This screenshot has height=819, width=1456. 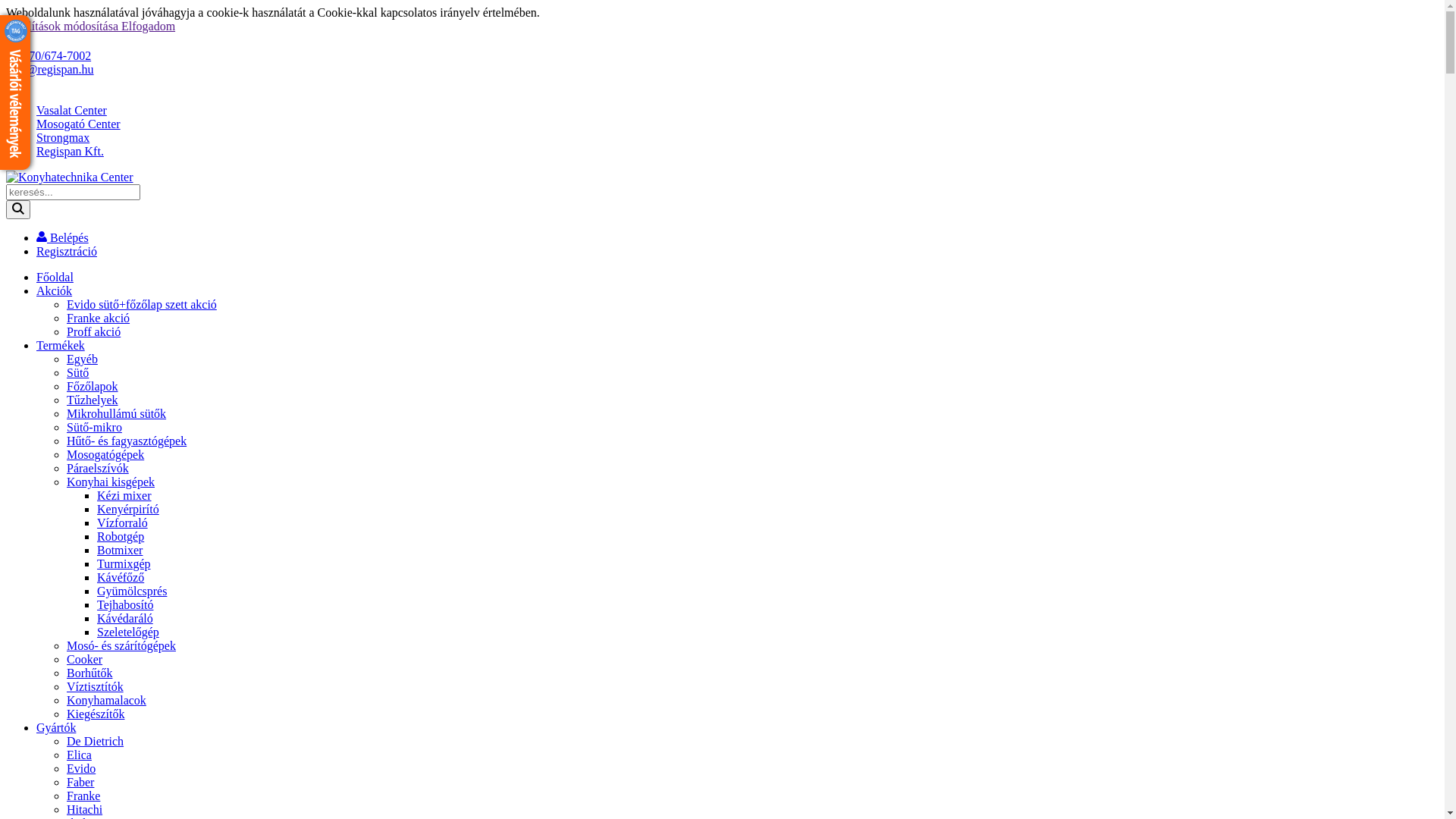 What do you see at coordinates (148, 26) in the screenshot?
I see `'Elfogadom'` at bounding box center [148, 26].